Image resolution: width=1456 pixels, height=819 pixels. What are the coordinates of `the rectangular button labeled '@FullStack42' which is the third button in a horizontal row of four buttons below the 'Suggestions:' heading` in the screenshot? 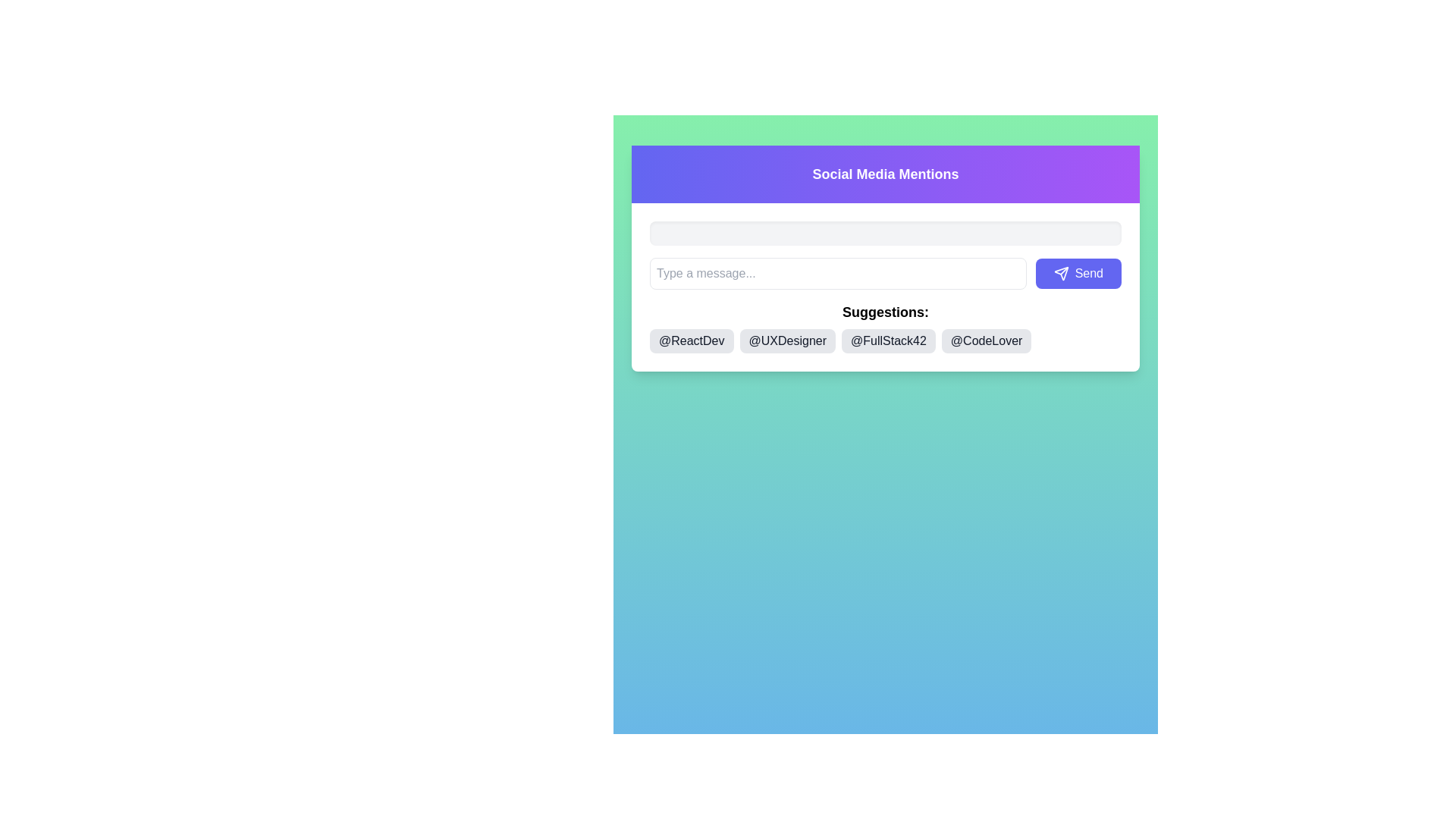 It's located at (888, 341).